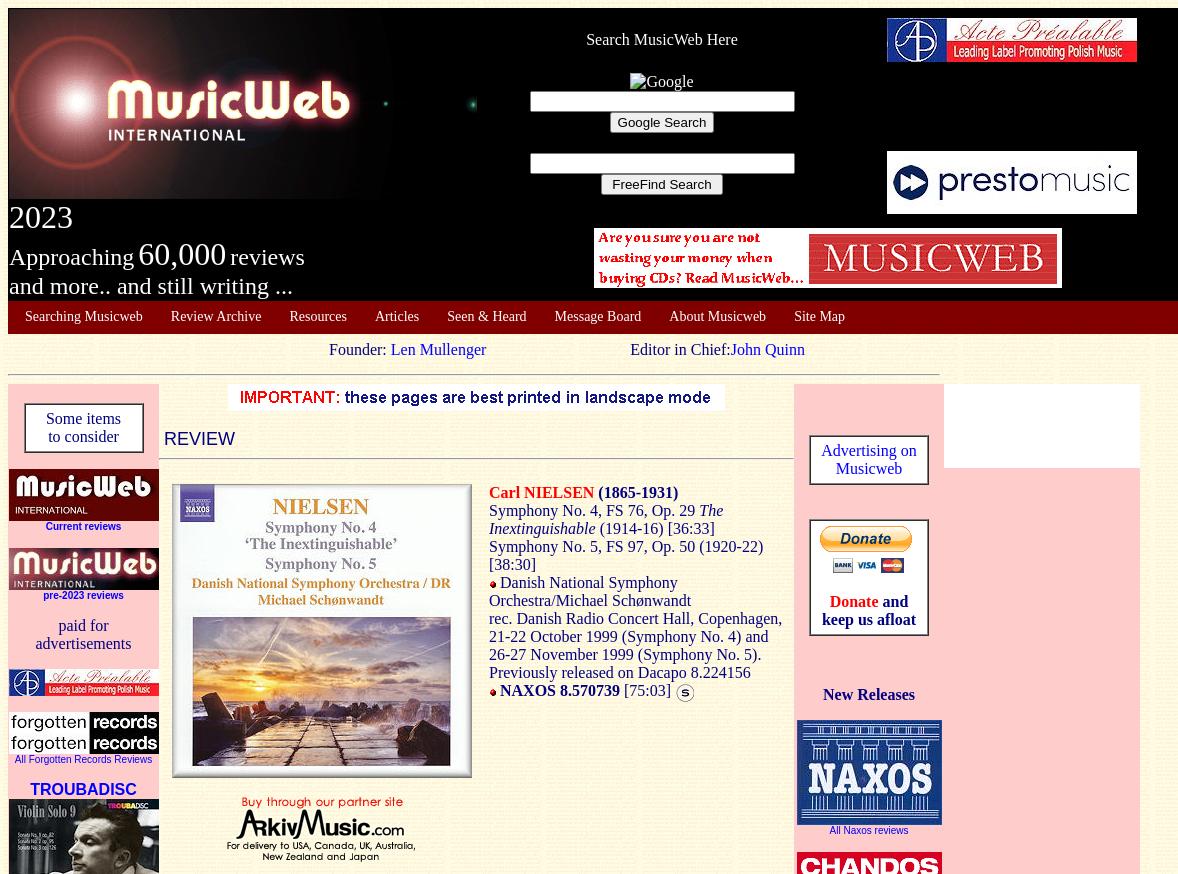  What do you see at coordinates (58, 396) in the screenshot?
I see `'Contributors'` at bounding box center [58, 396].